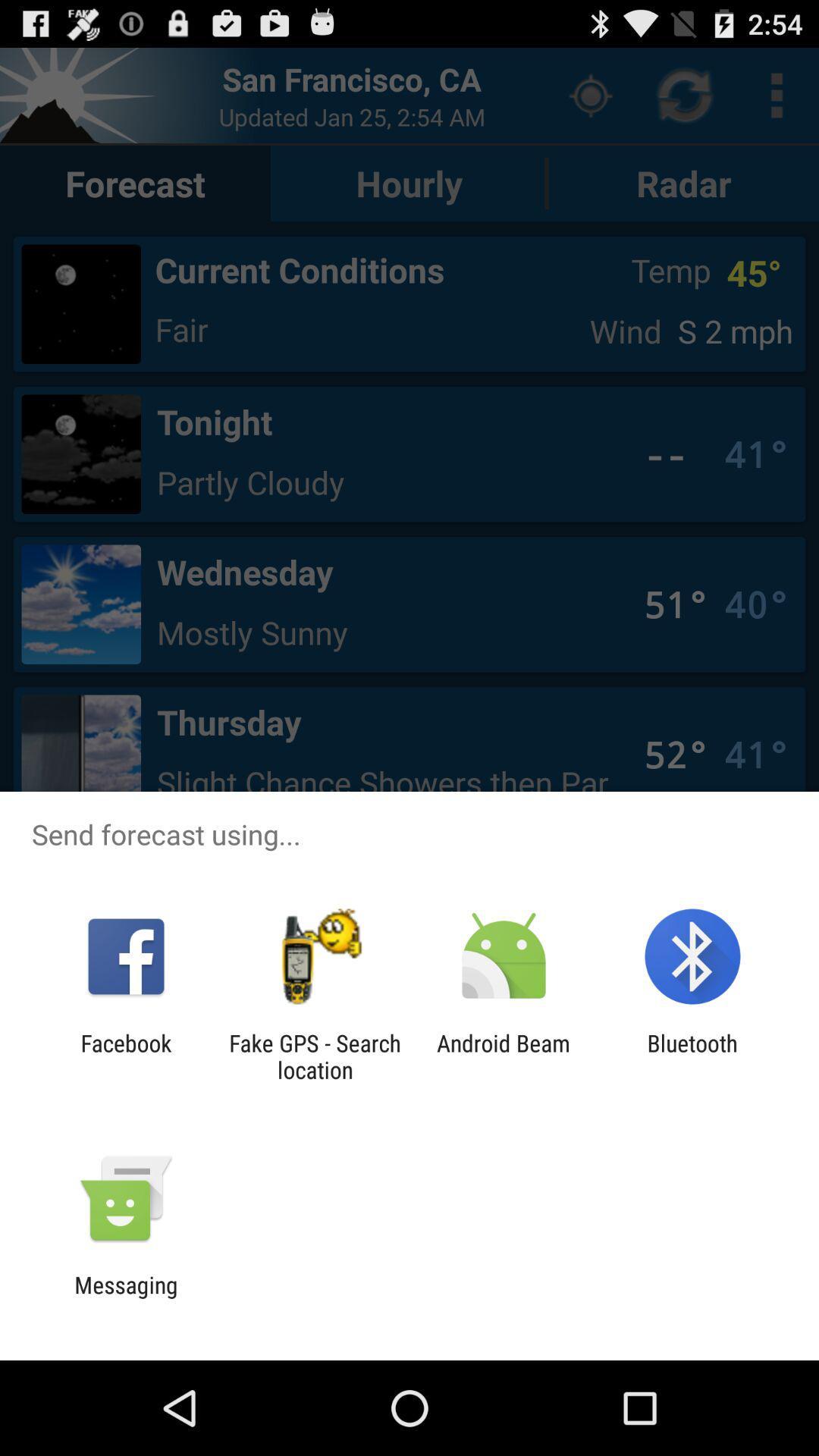 The image size is (819, 1456). I want to click on the icon to the right of the facebook item, so click(314, 1056).